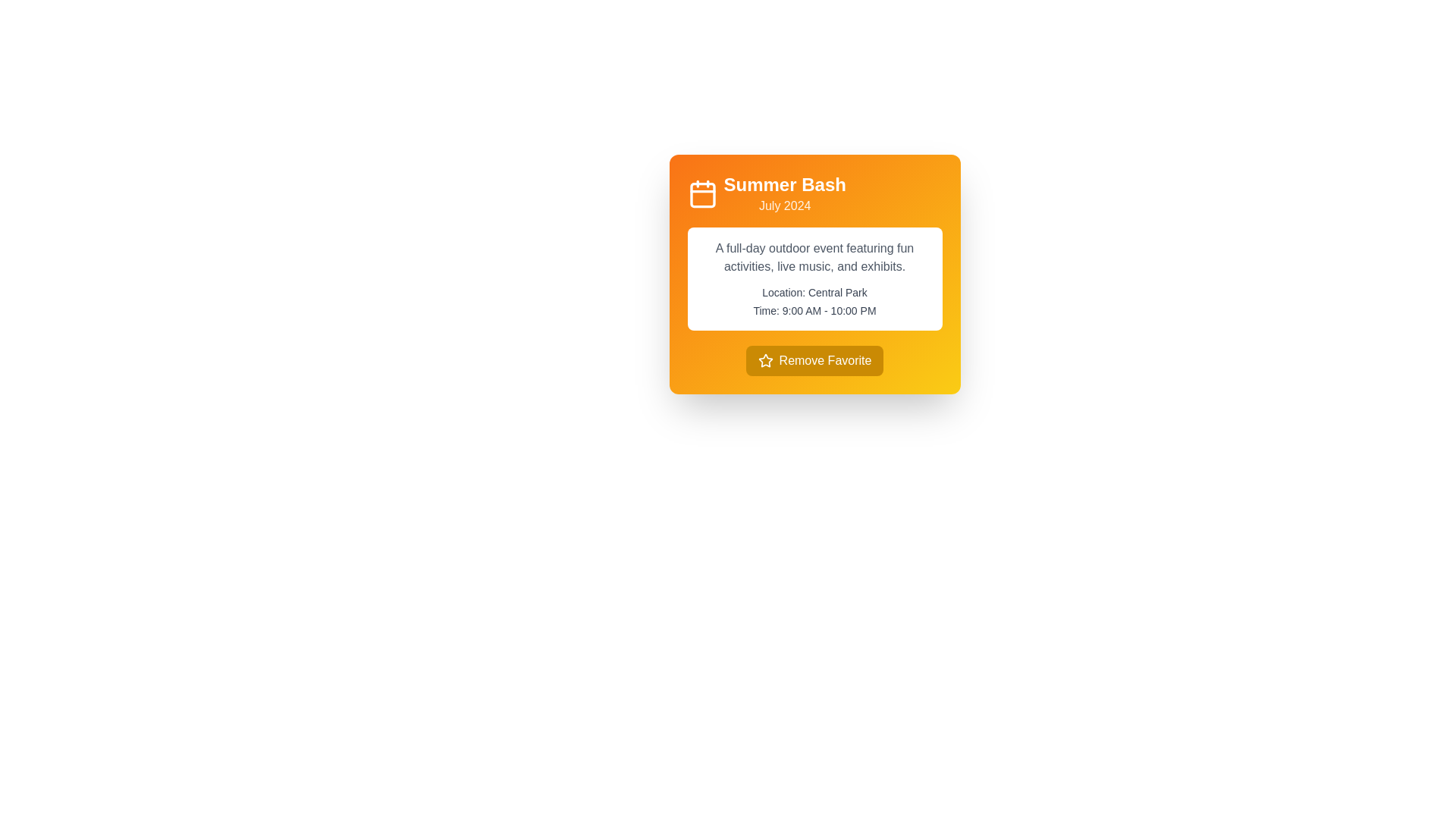  What do you see at coordinates (765, 360) in the screenshot?
I see `the star-shaped icon with a golden outline located inside the 'Summer Bash' button, positioned to the left of the 'Remove Favorite' text` at bounding box center [765, 360].